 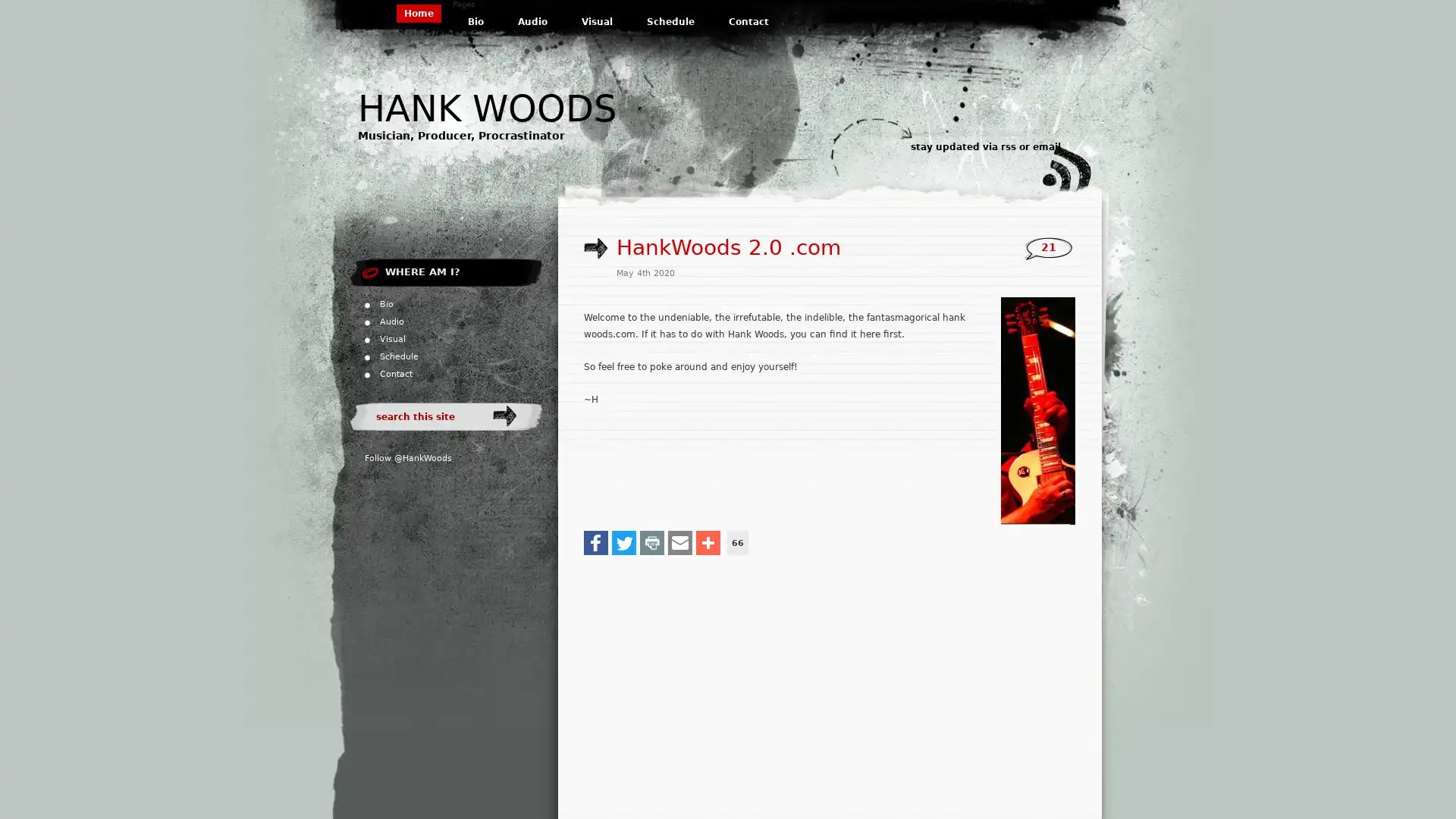 What do you see at coordinates (595, 541) in the screenshot?
I see `Share to Facebook` at bounding box center [595, 541].